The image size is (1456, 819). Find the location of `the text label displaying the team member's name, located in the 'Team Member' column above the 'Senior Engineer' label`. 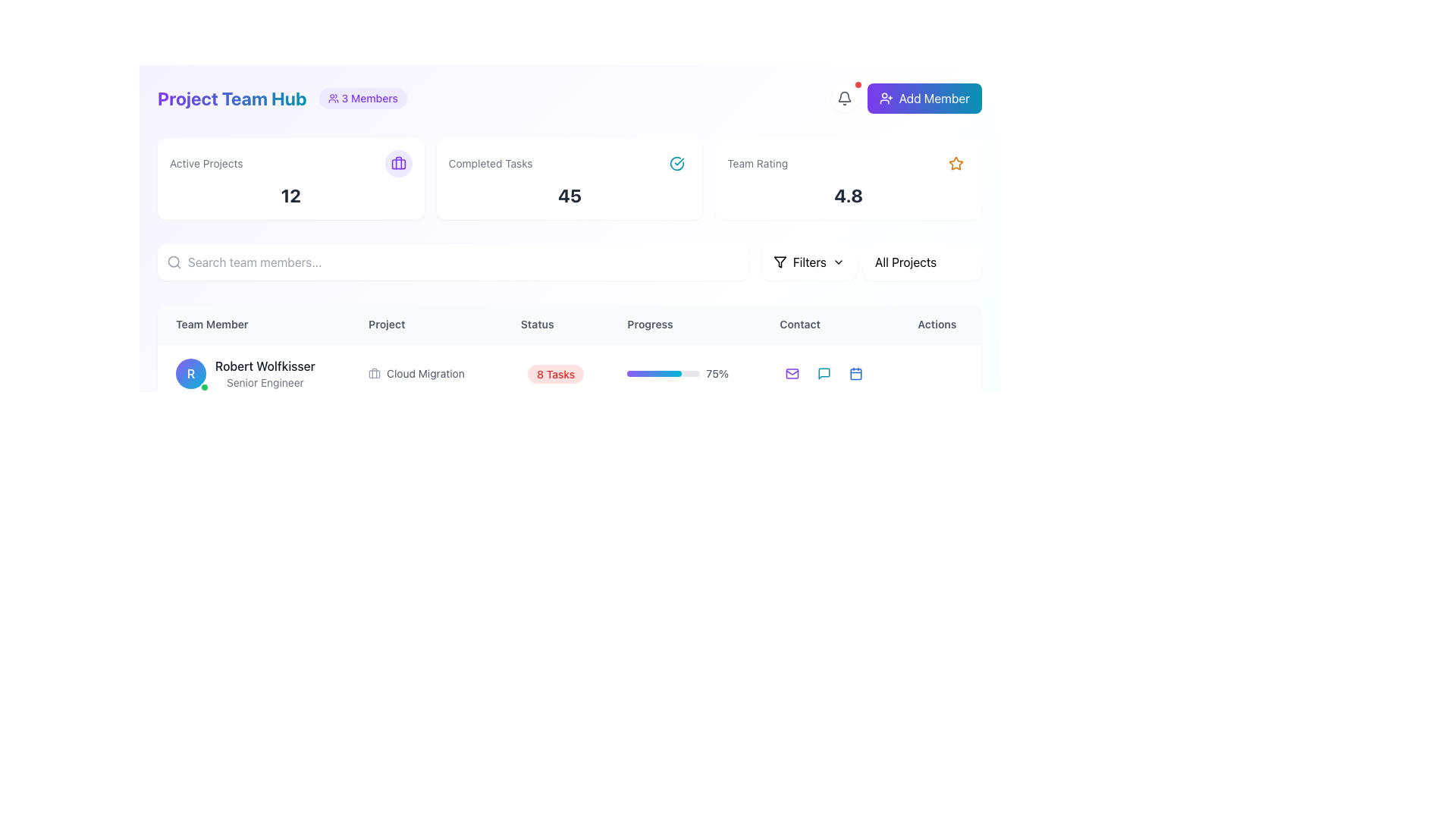

the text label displaying the team member's name, located in the 'Team Member' column above the 'Senior Engineer' label is located at coordinates (265, 366).